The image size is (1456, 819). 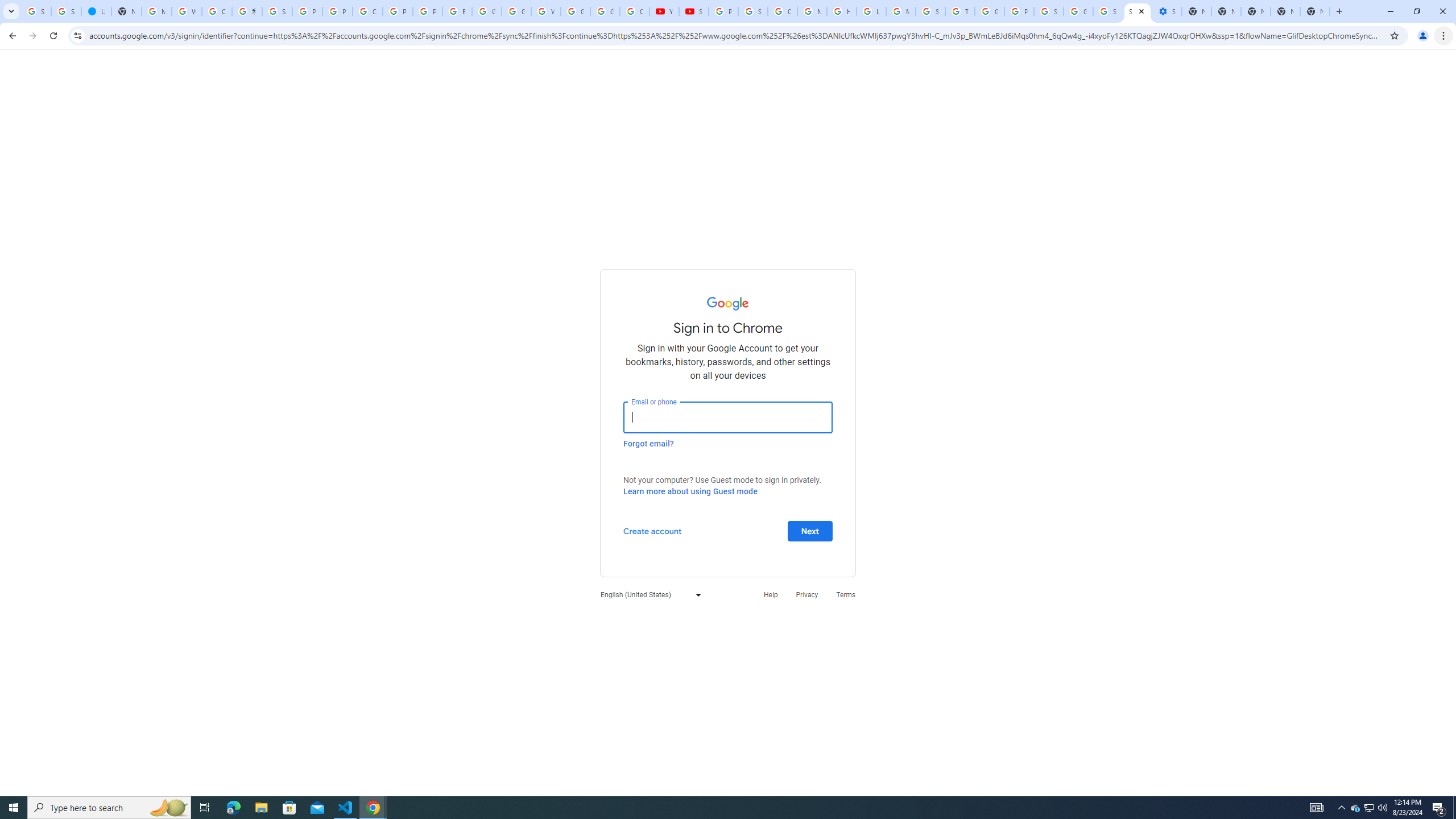 What do you see at coordinates (809, 530) in the screenshot?
I see `'Next'` at bounding box center [809, 530].